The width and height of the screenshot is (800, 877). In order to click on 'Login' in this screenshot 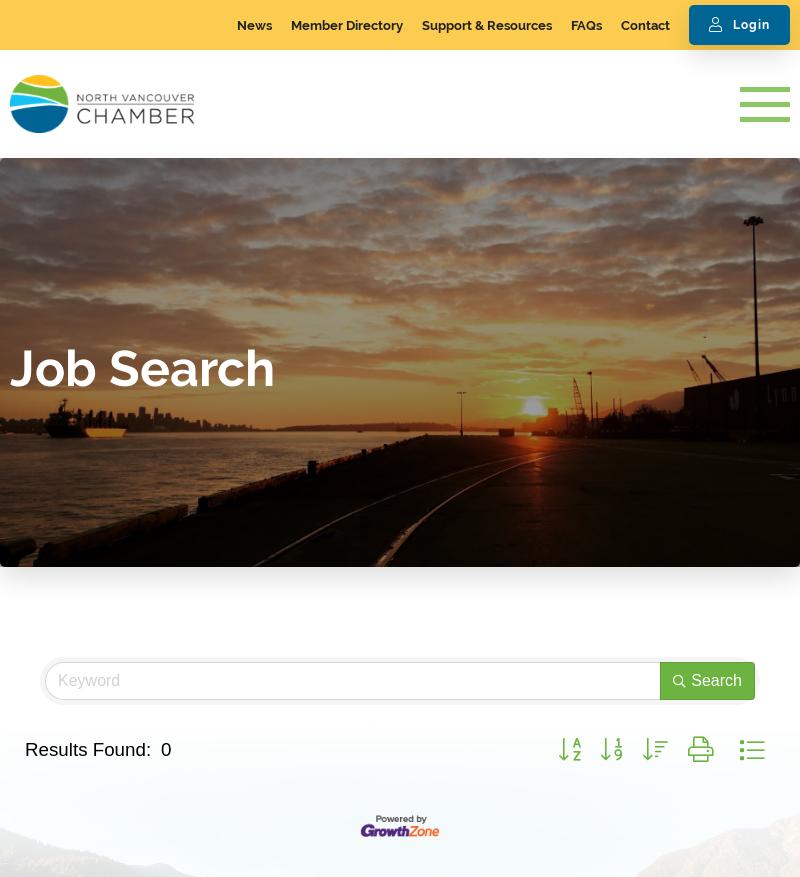, I will do `click(732, 23)`.